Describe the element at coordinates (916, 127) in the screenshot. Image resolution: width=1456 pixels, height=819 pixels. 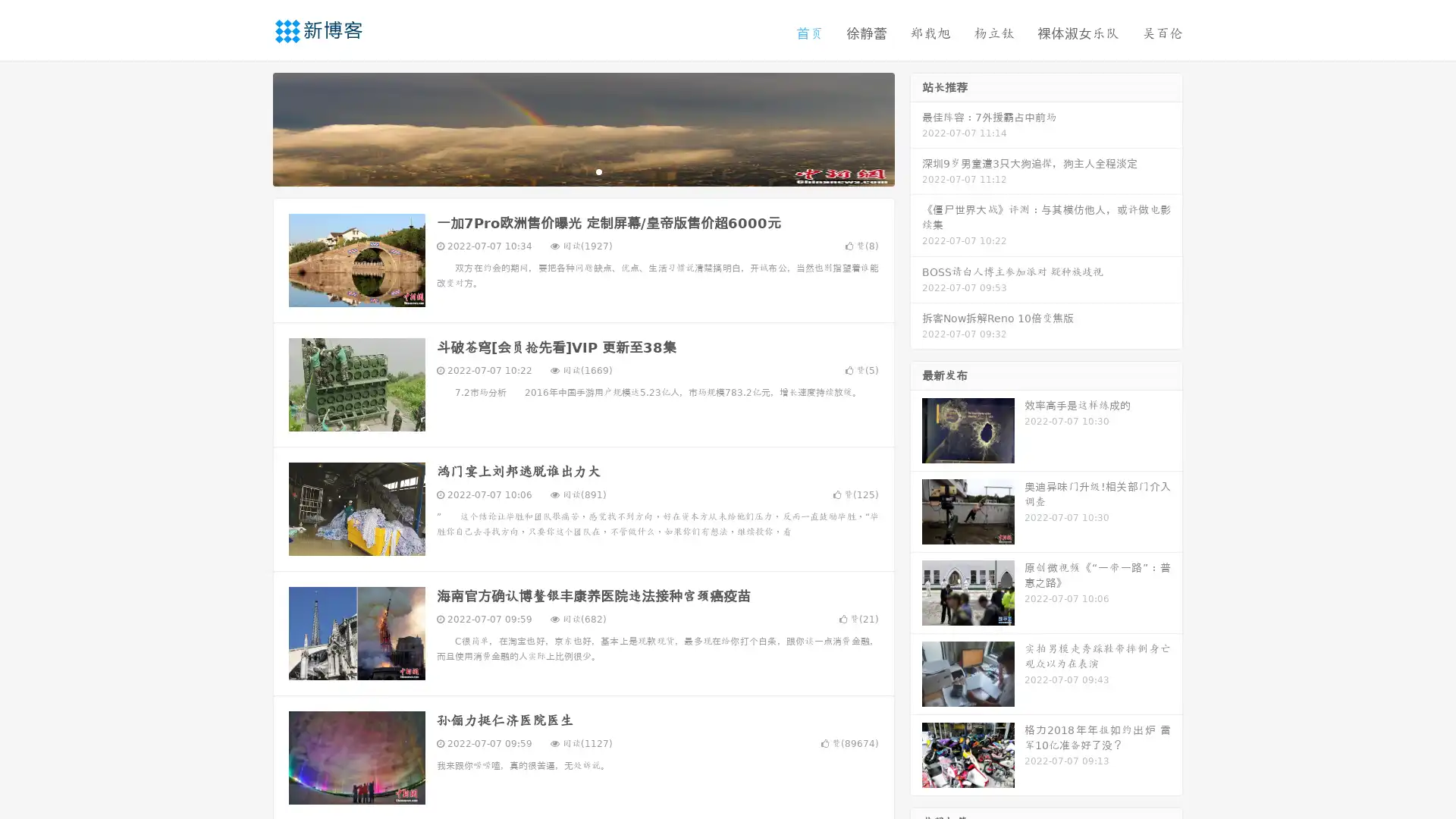
I see `Next slide` at that location.